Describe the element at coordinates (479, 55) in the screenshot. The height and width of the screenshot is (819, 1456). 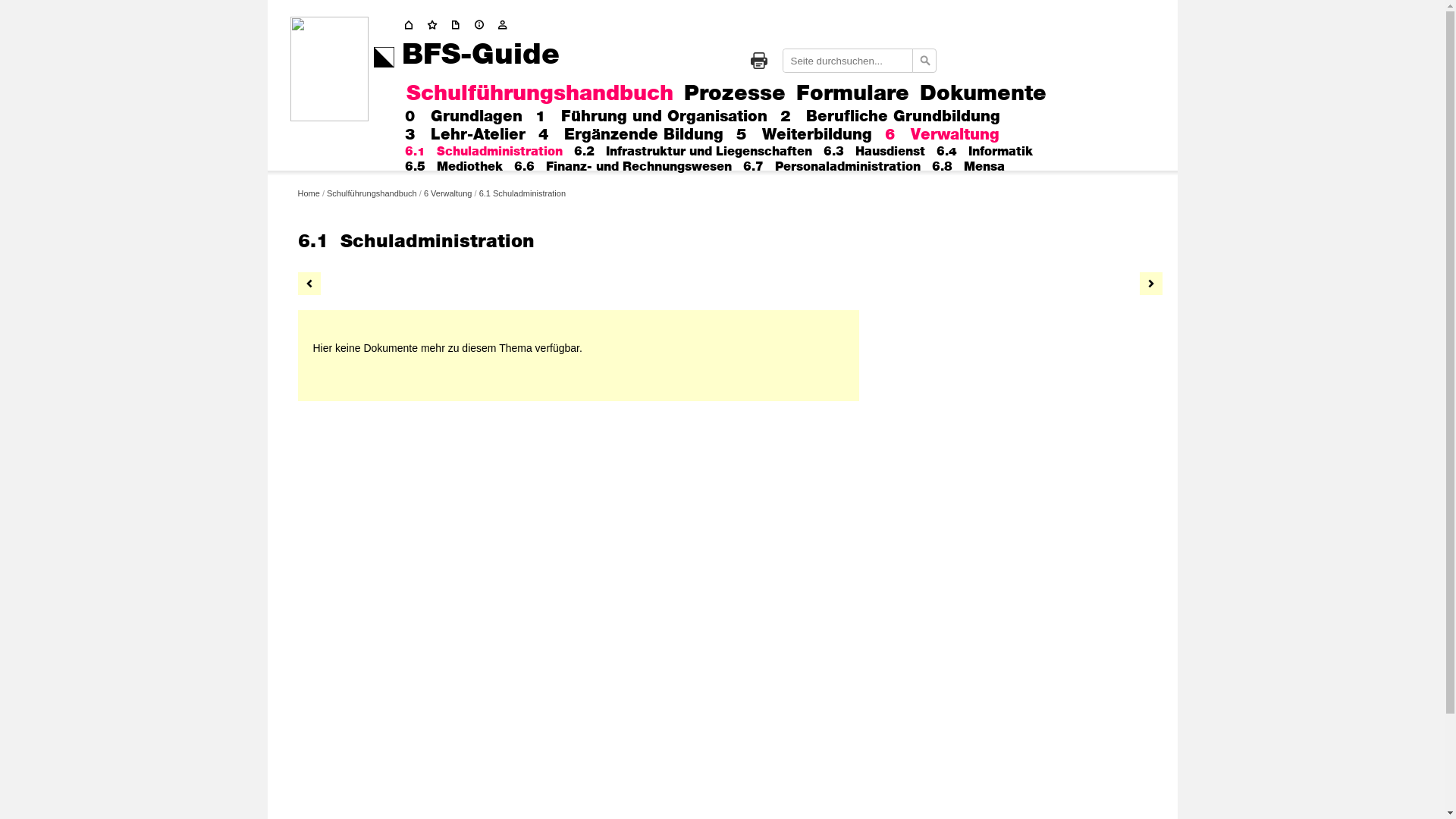
I see `'BFS-Guide'` at that location.